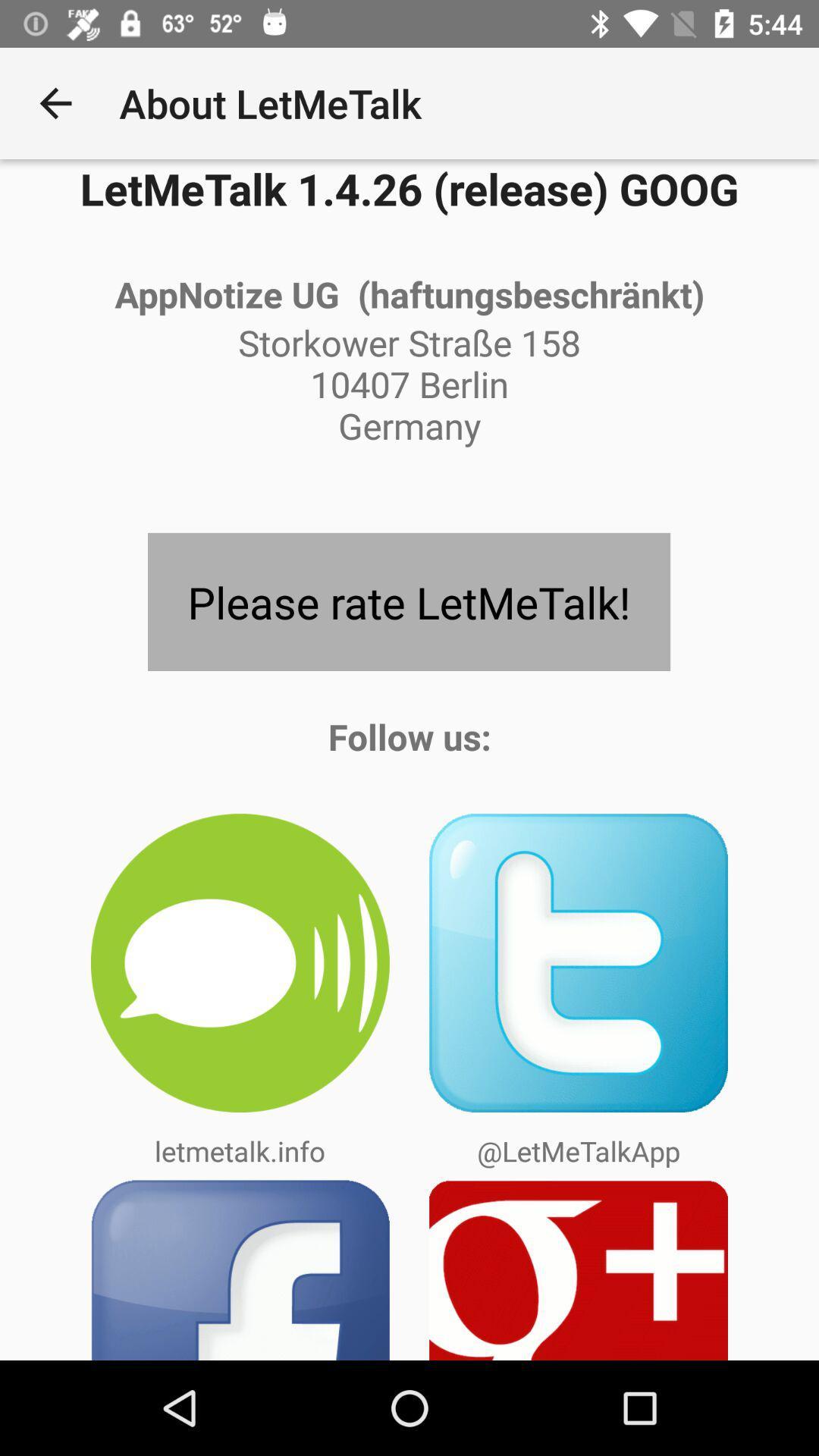 This screenshot has width=819, height=1456. Describe the element at coordinates (579, 962) in the screenshot. I see `the icon below` at that location.